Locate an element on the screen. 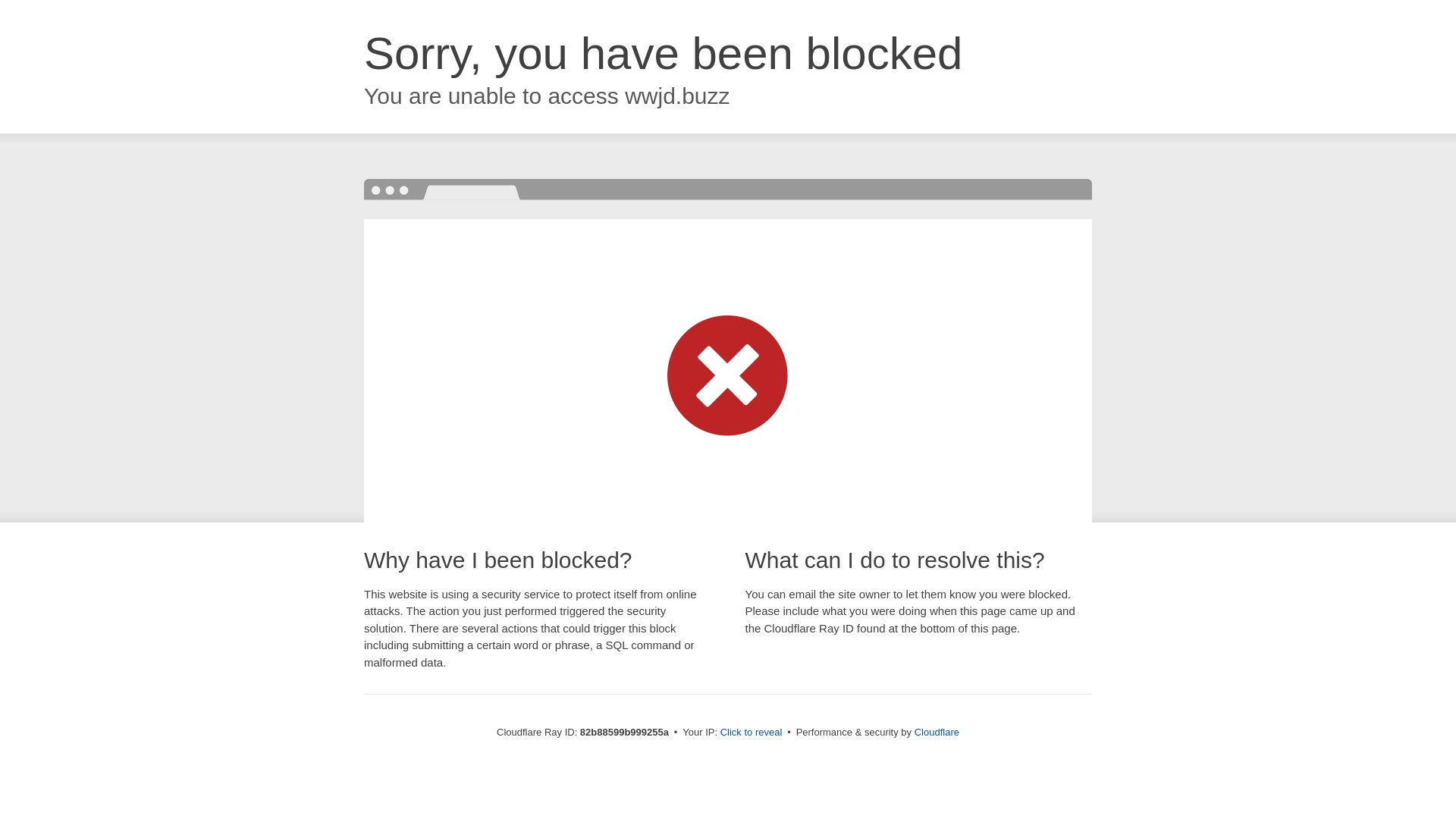 This screenshot has height=819, width=1456. 'Click to reveal' is located at coordinates (751, 731).